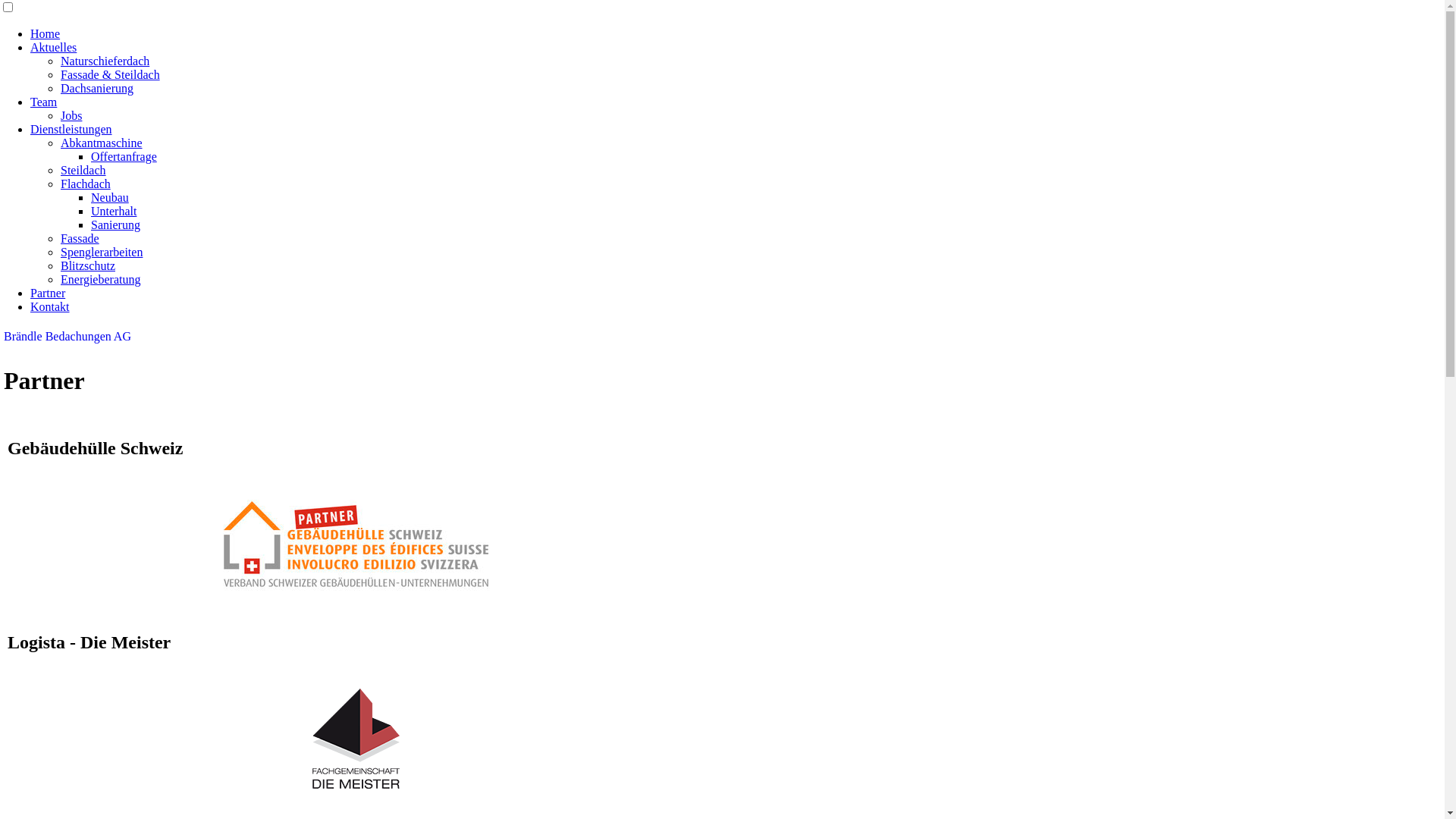  What do you see at coordinates (50, 306) in the screenshot?
I see `'Kontakt'` at bounding box center [50, 306].